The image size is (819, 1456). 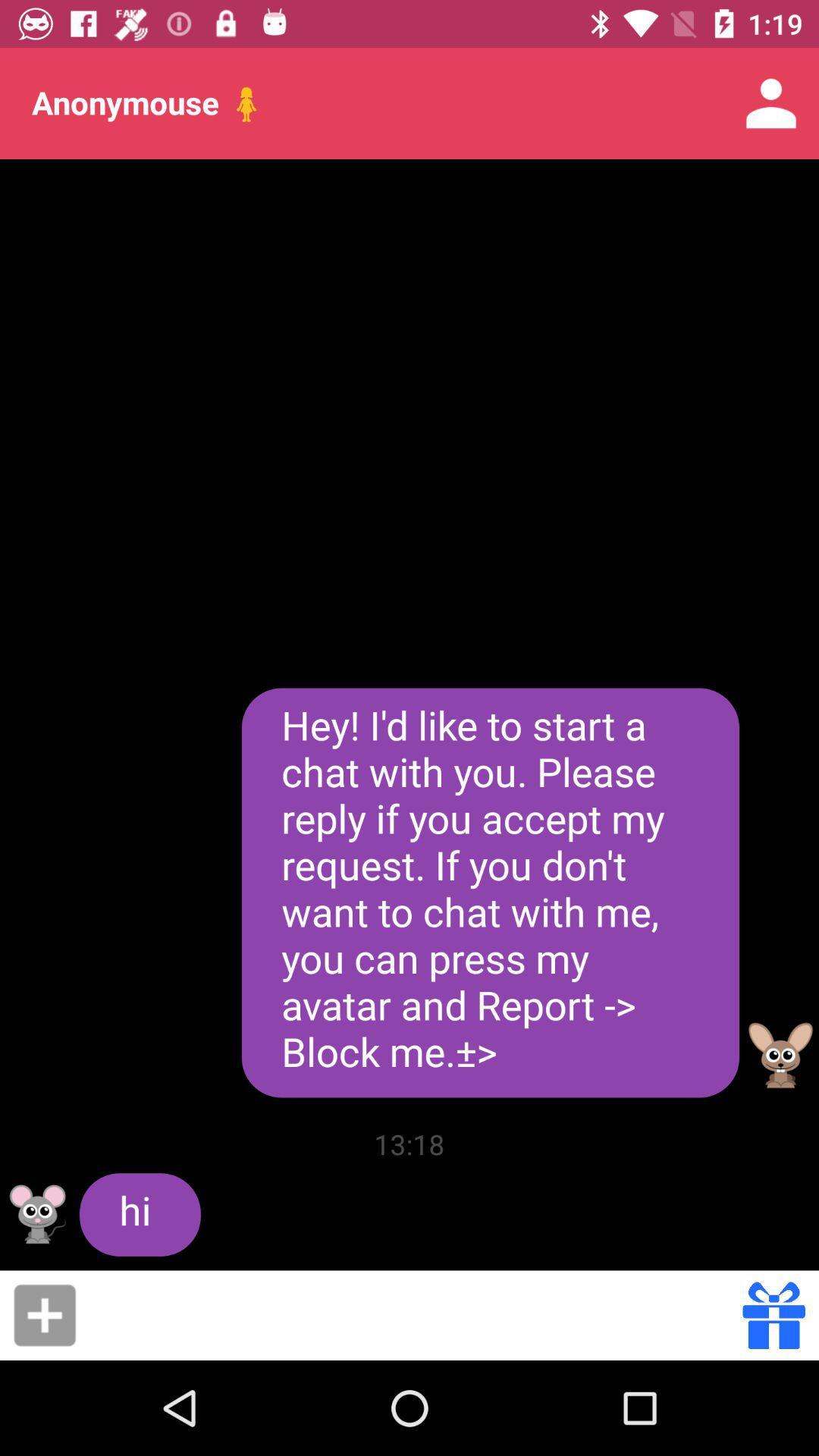 I want to click on the gift icon, so click(x=773, y=1314).